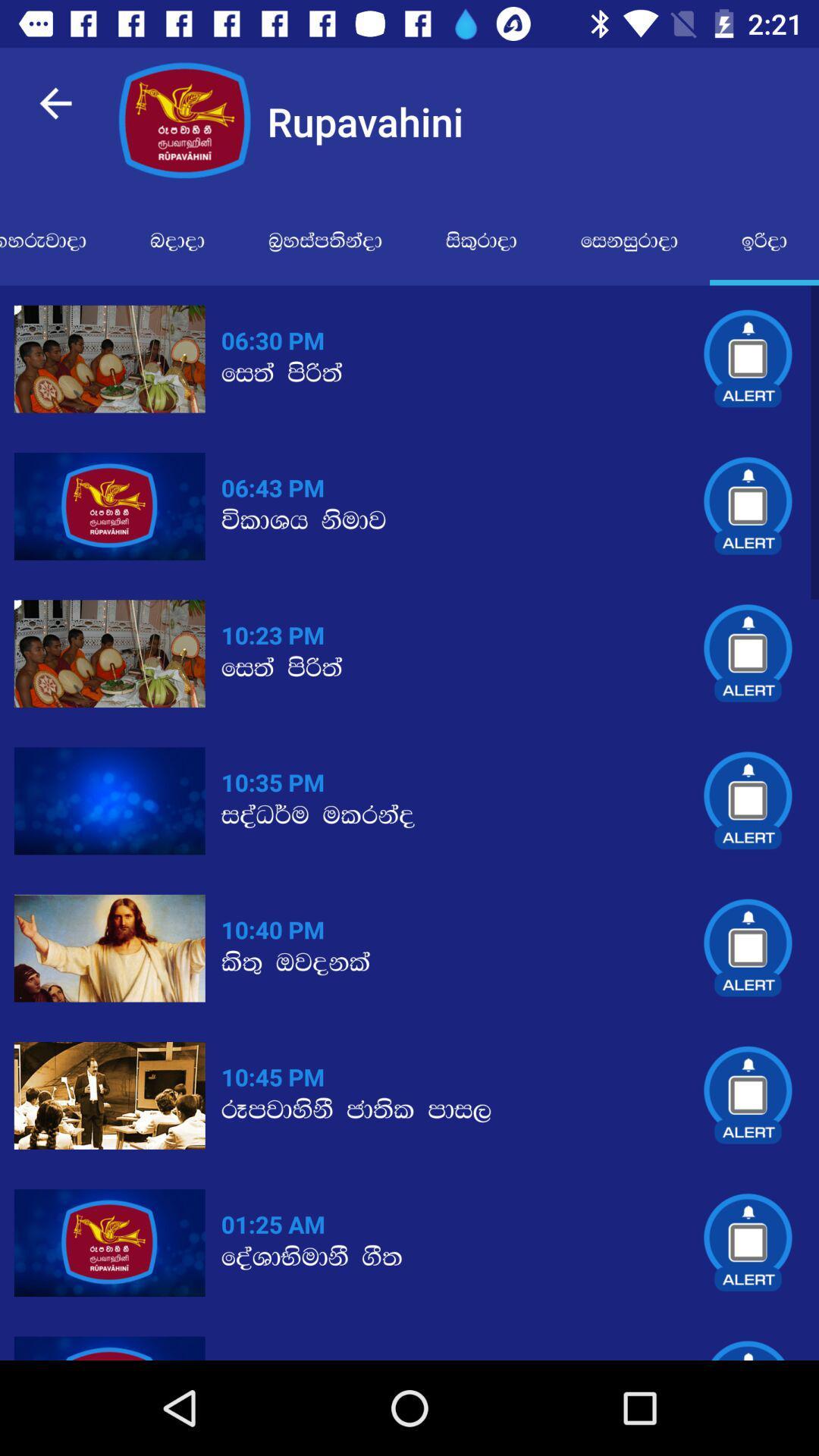  I want to click on the image which is just beside 1040 pm, so click(109, 948).